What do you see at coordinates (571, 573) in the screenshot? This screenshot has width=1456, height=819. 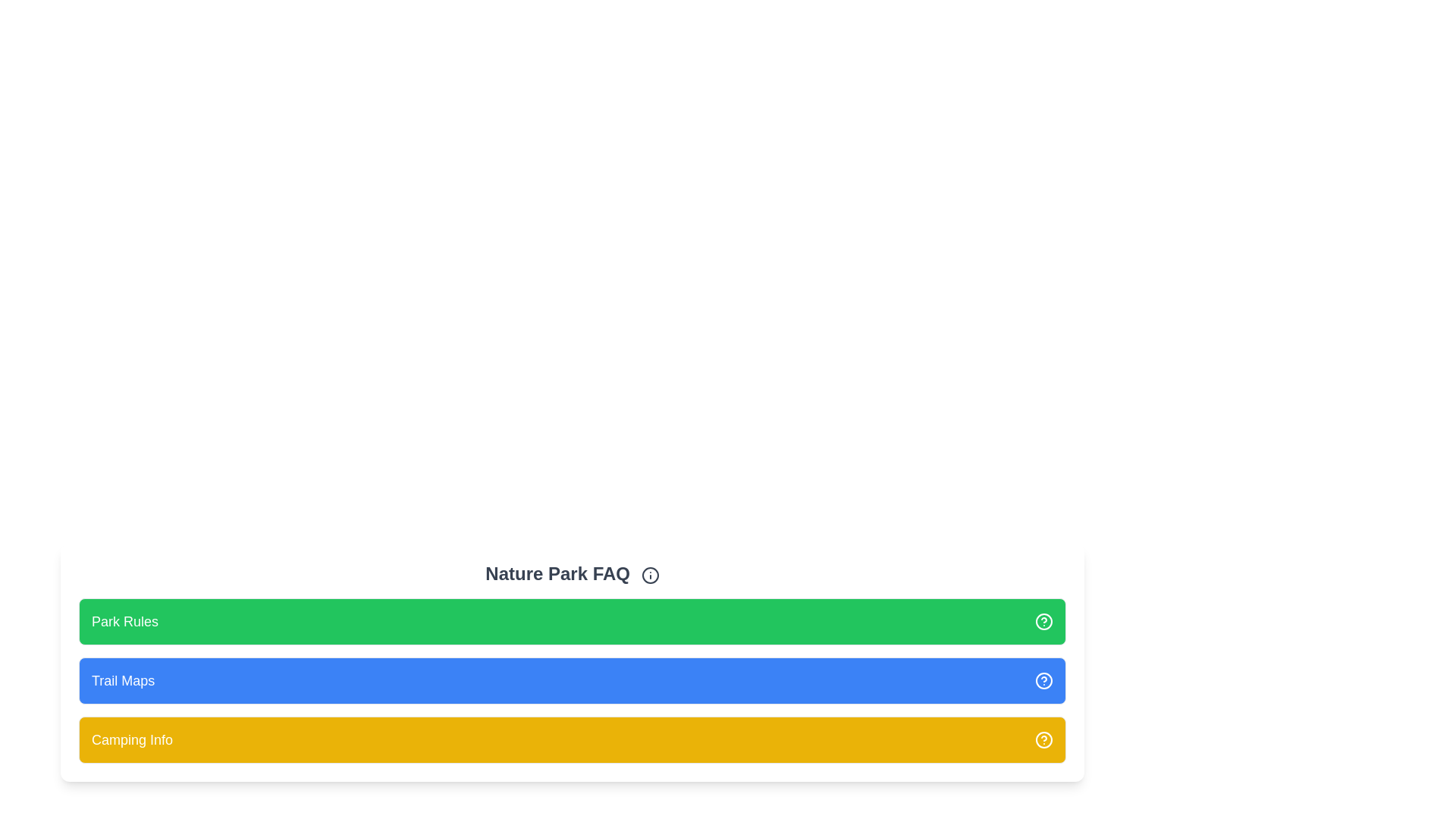 I see `the text header displaying 'Nature Park FAQ', which is bold and large in gray color, centered above other elements in the layout` at bounding box center [571, 573].